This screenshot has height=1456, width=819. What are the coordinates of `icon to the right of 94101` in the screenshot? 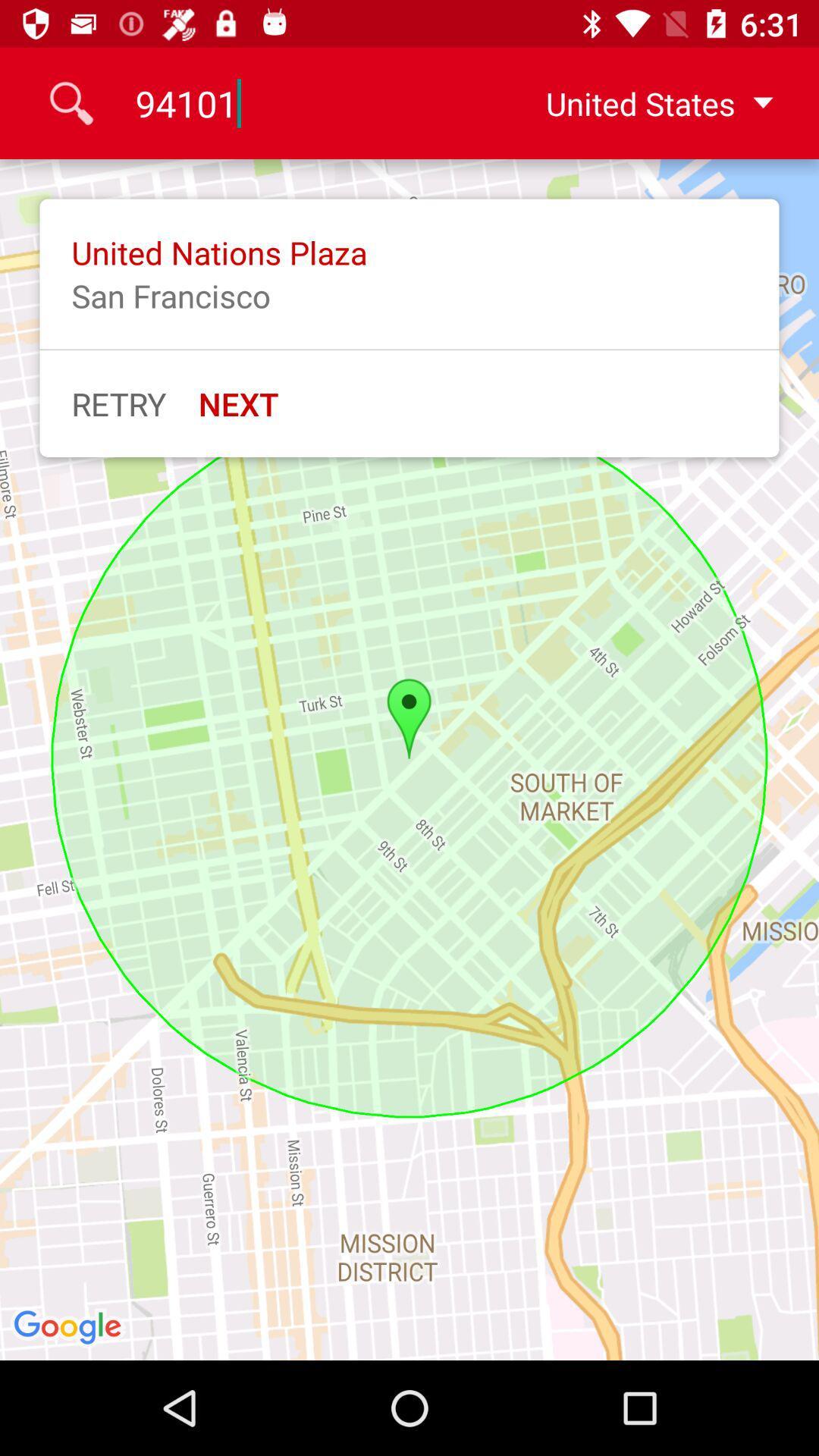 It's located at (647, 102).